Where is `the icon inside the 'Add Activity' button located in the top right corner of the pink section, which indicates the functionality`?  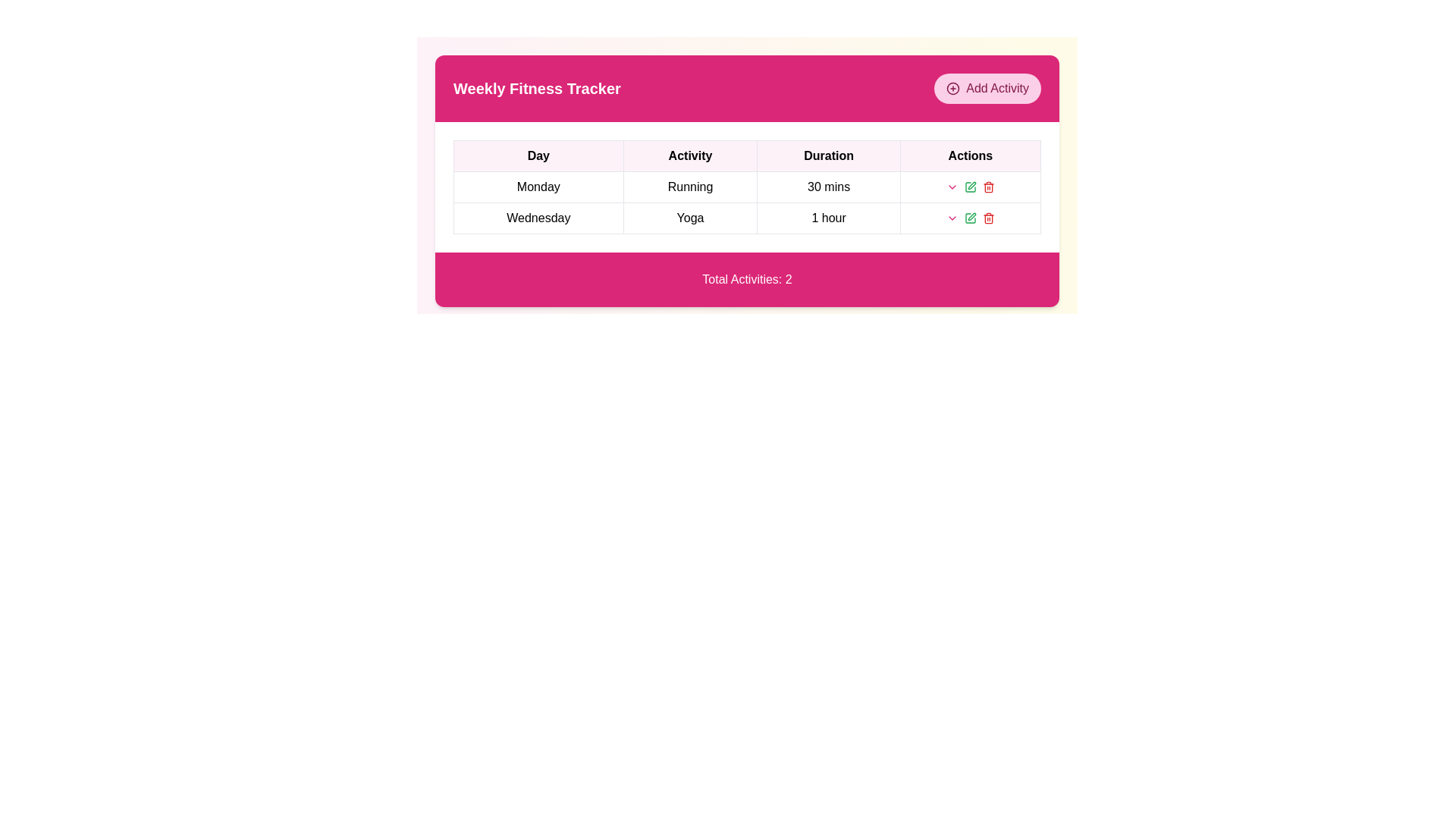
the icon inside the 'Add Activity' button located in the top right corner of the pink section, which indicates the functionality is located at coordinates (952, 88).